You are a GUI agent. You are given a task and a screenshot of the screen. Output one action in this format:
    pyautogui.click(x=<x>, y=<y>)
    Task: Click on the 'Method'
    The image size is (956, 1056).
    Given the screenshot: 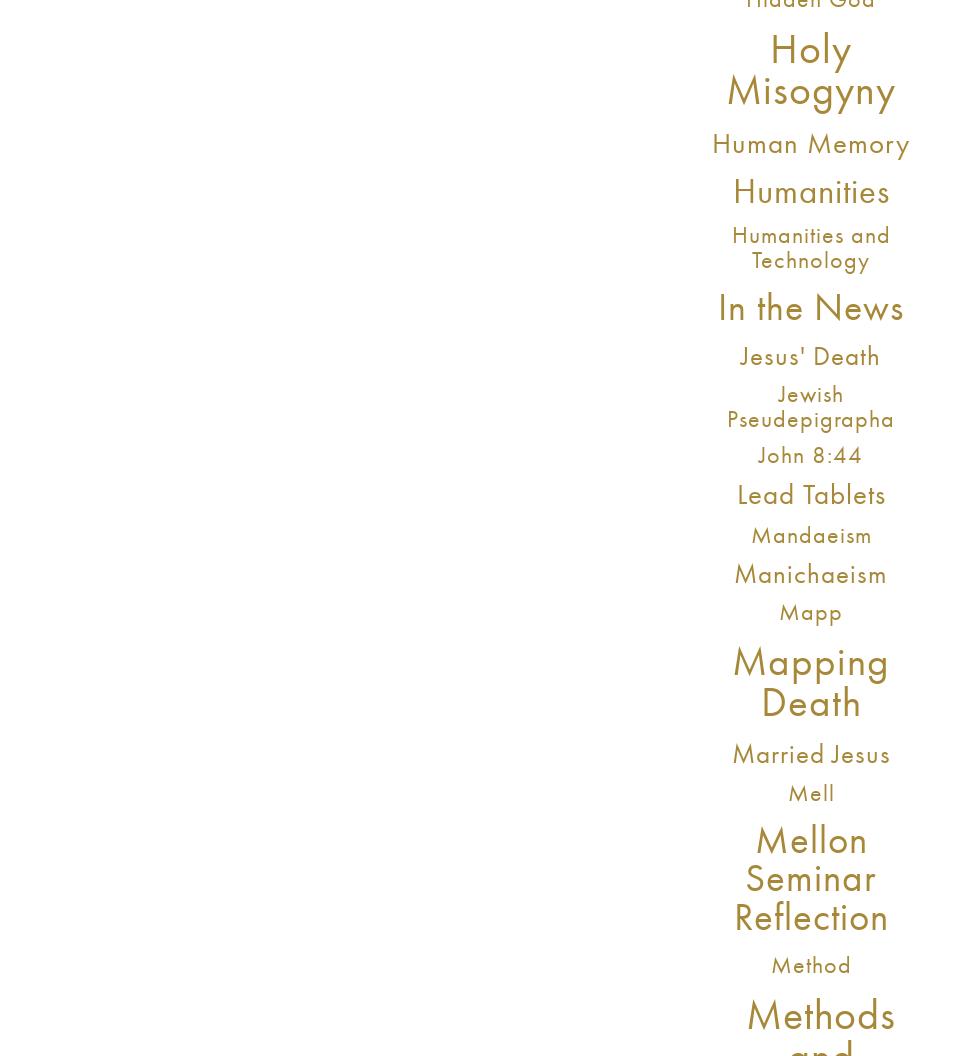 What is the action you would take?
    pyautogui.click(x=768, y=964)
    